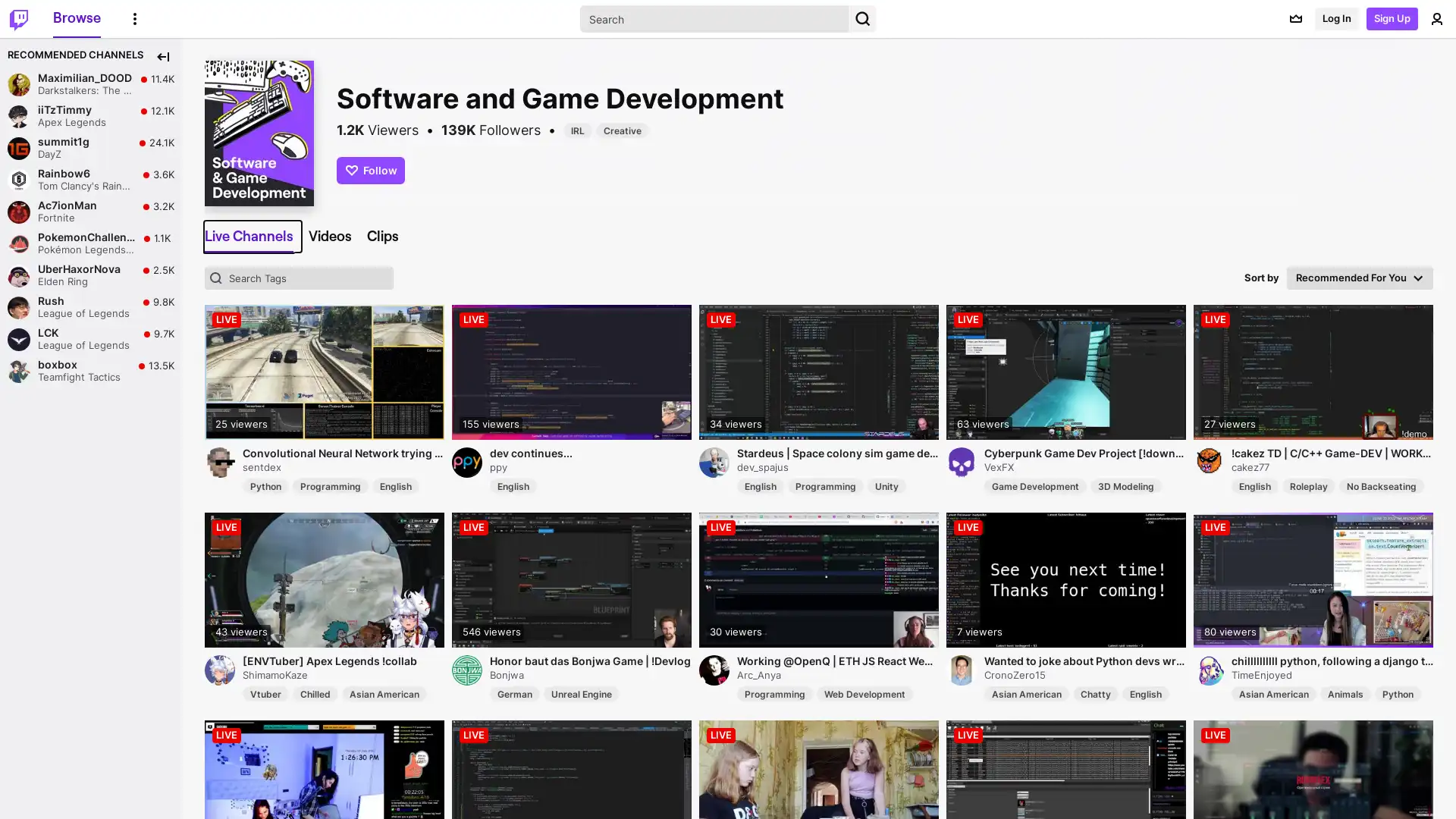  What do you see at coordinates (1345, 693) in the screenshot?
I see `Animals` at bounding box center [1345, 693].